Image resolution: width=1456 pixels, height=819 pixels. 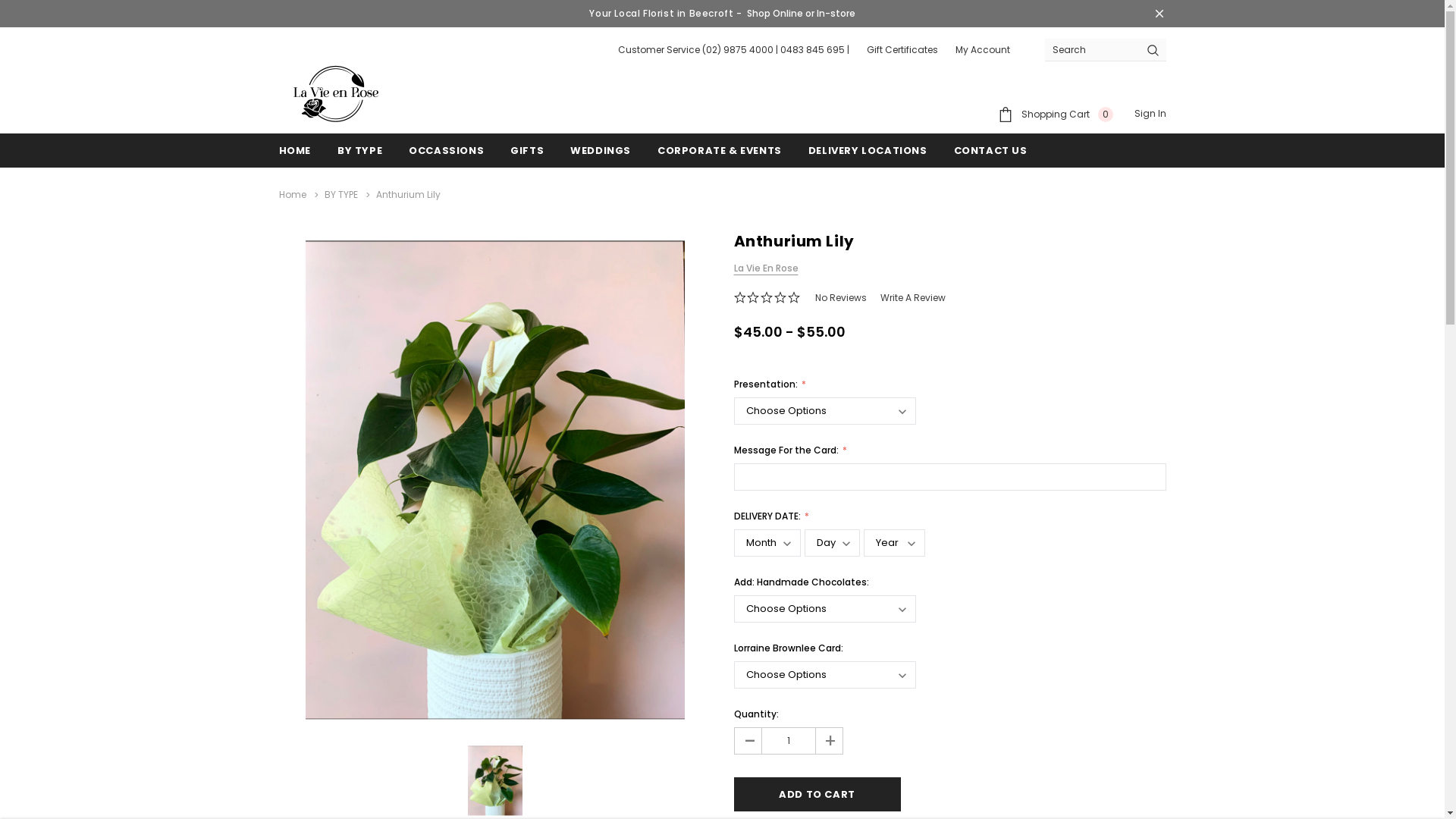 What do you see at coordinates (600, 150) in the screenshot?
I see `'WEDDINGS'` at bounding box center [600, 150].